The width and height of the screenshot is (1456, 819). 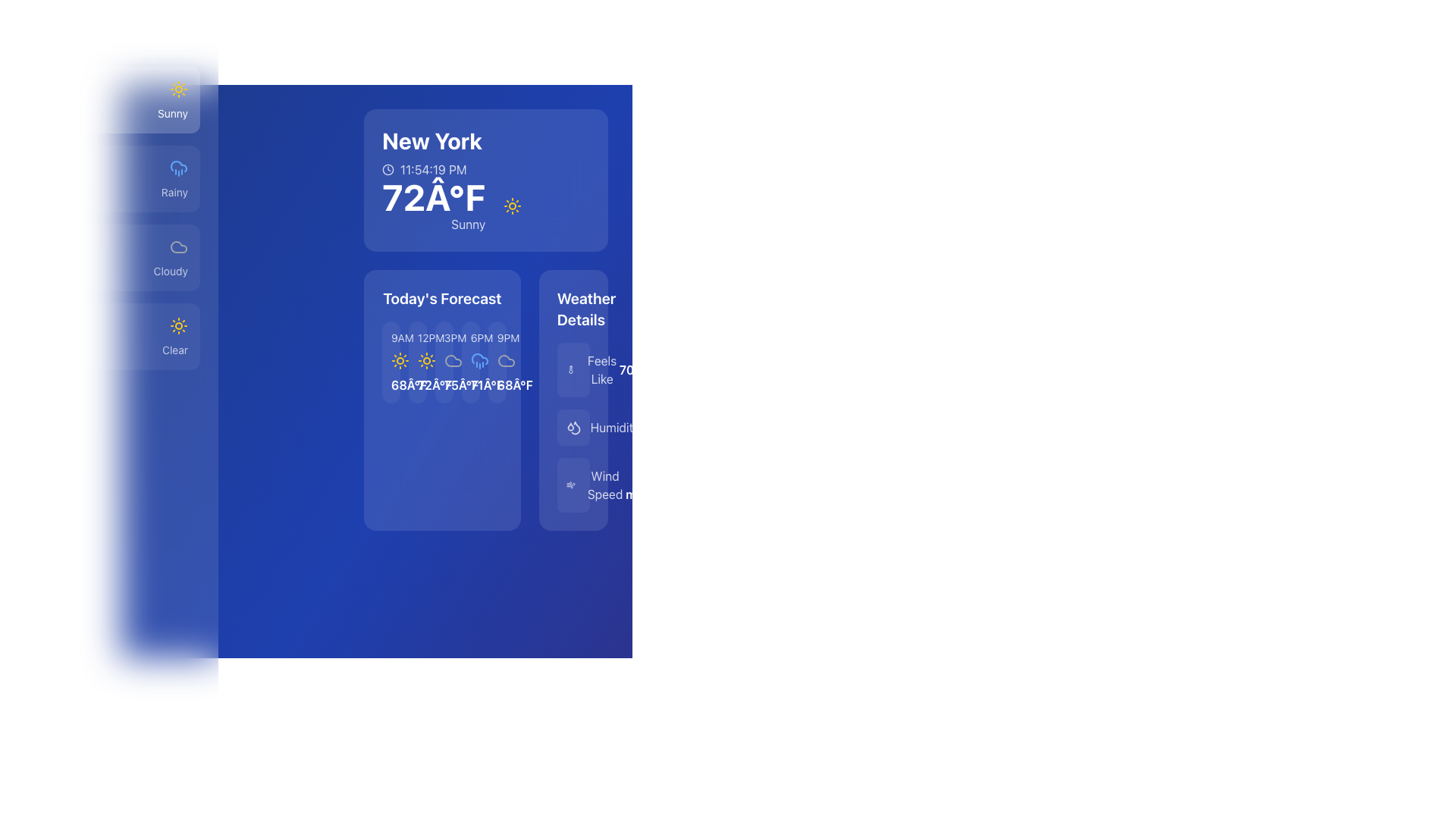 What do you see at coordinates (573, 485) in the screenshot?
I see `the icon associated with the 'Wind Speed' information display block, which shows the wind icon and the text '12 mph' in the Weather Details section` at bounding box center [573, 485].